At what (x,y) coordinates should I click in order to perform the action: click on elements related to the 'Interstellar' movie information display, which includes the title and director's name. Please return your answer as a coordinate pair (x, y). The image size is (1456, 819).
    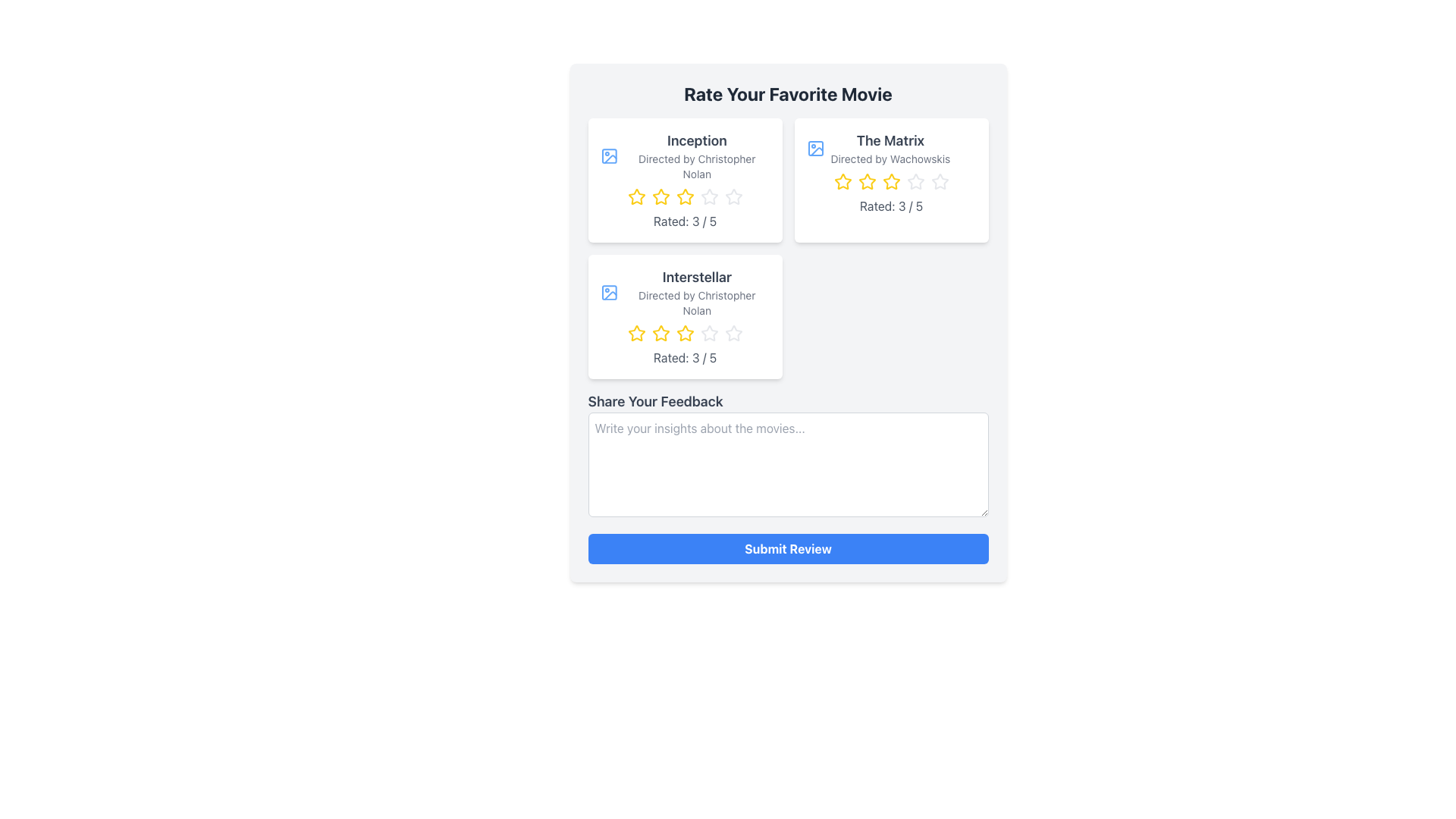
    Looking at the image, I should click on (696, 292).